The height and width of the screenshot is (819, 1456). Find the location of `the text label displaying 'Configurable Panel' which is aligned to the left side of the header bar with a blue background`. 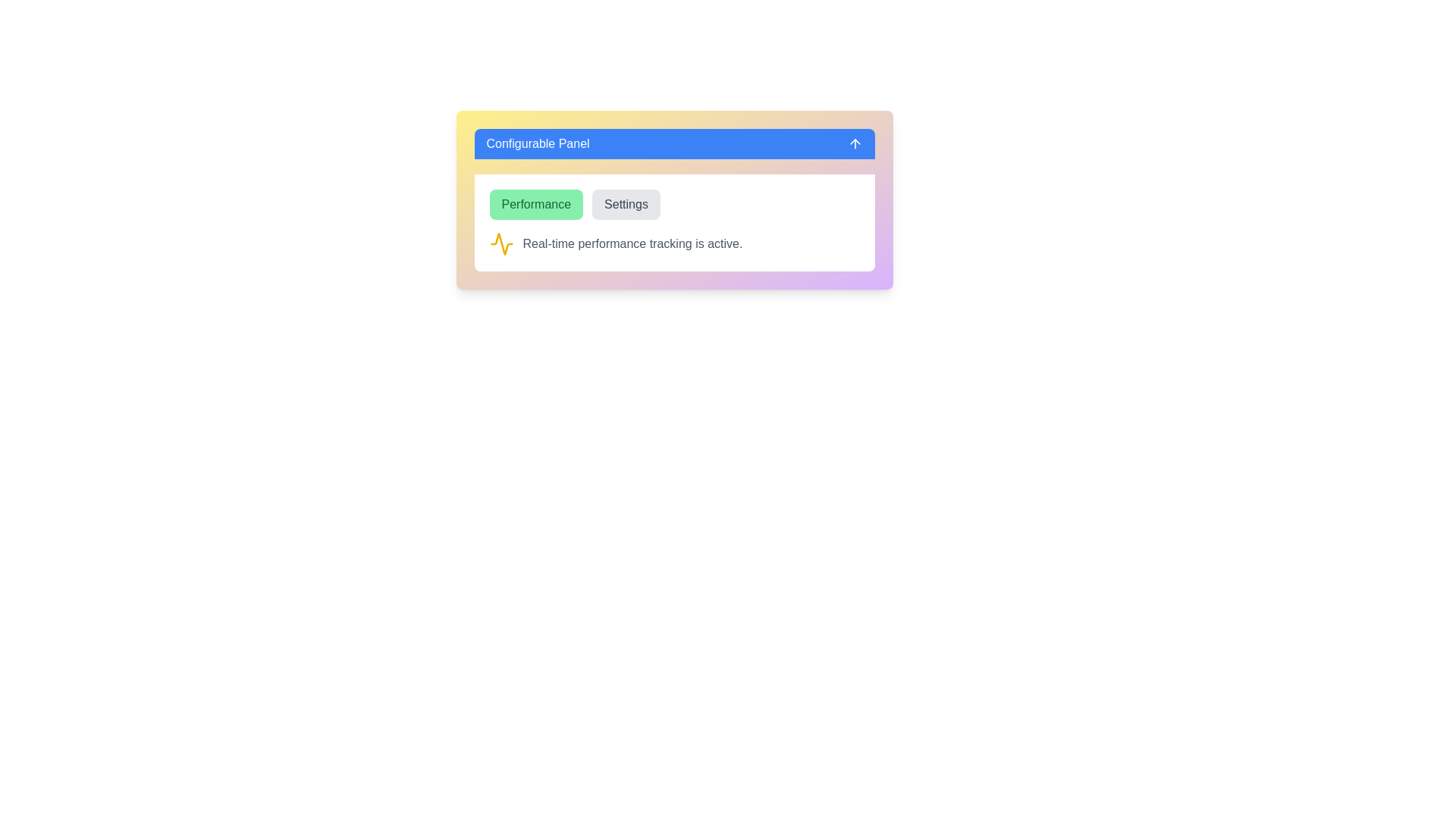

the text label displaying 'Configurable Panel' which is aligned to the left side of the header bar with a blue background is located at coordinates (538, 143).